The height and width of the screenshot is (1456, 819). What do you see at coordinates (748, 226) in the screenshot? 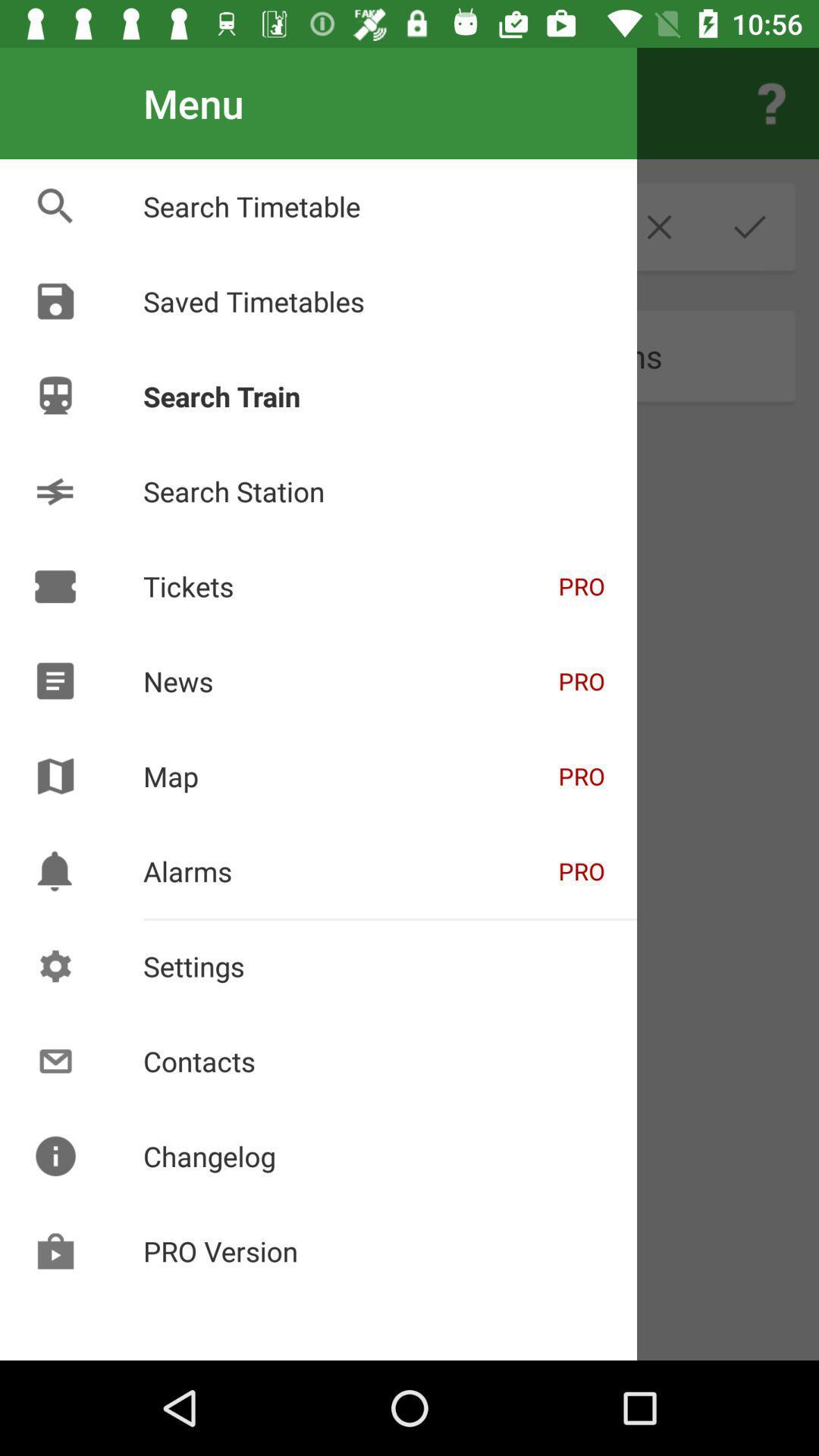
I see `the check icon` at bounding box center [748, 226].